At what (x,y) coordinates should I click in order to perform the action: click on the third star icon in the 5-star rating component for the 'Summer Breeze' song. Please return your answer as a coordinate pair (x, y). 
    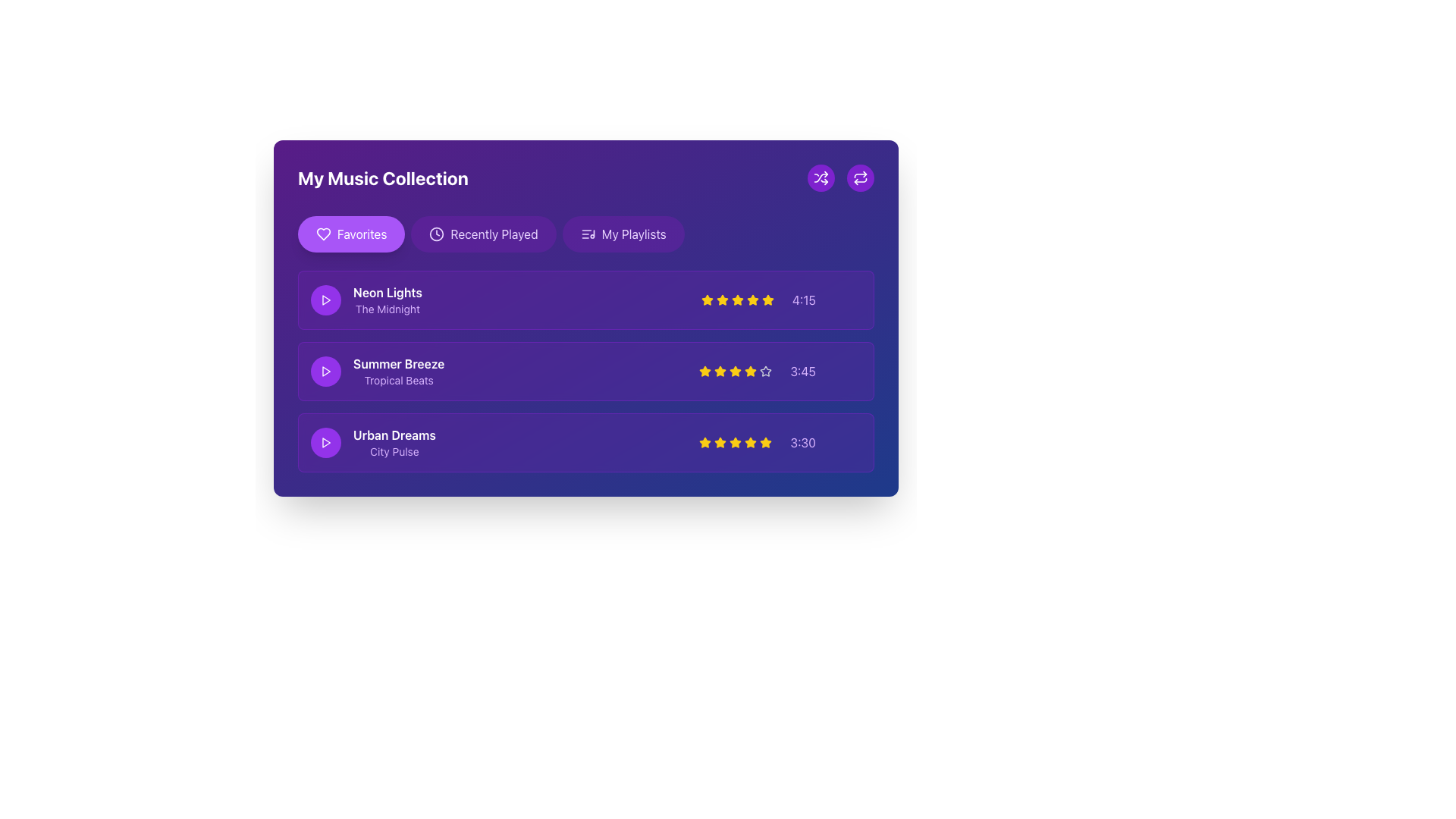
    Looking at the image, I should click on (736, 371).